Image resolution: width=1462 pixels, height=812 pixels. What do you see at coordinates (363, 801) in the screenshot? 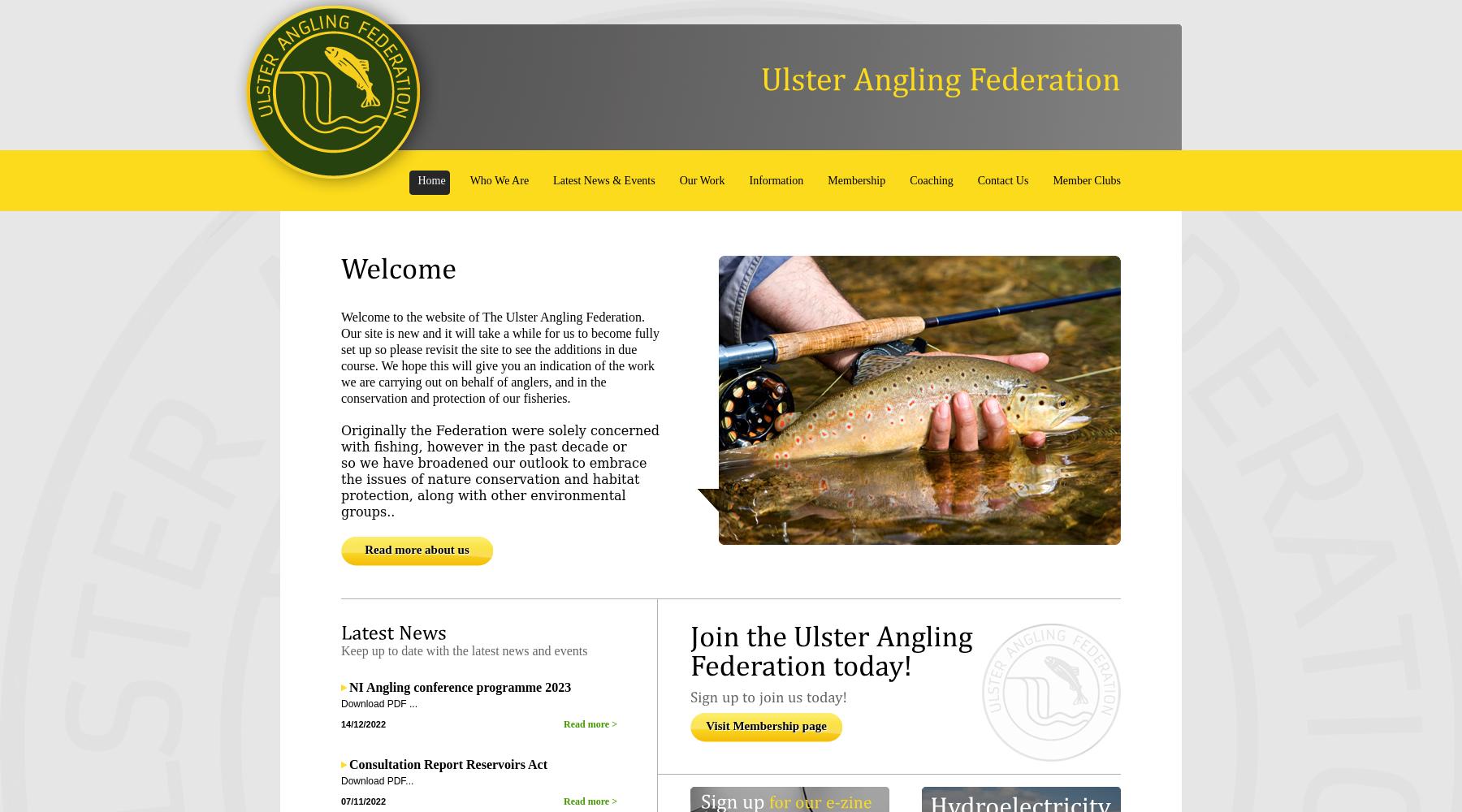
I see `'07/11/2022'` at bounding box center [363, 801].